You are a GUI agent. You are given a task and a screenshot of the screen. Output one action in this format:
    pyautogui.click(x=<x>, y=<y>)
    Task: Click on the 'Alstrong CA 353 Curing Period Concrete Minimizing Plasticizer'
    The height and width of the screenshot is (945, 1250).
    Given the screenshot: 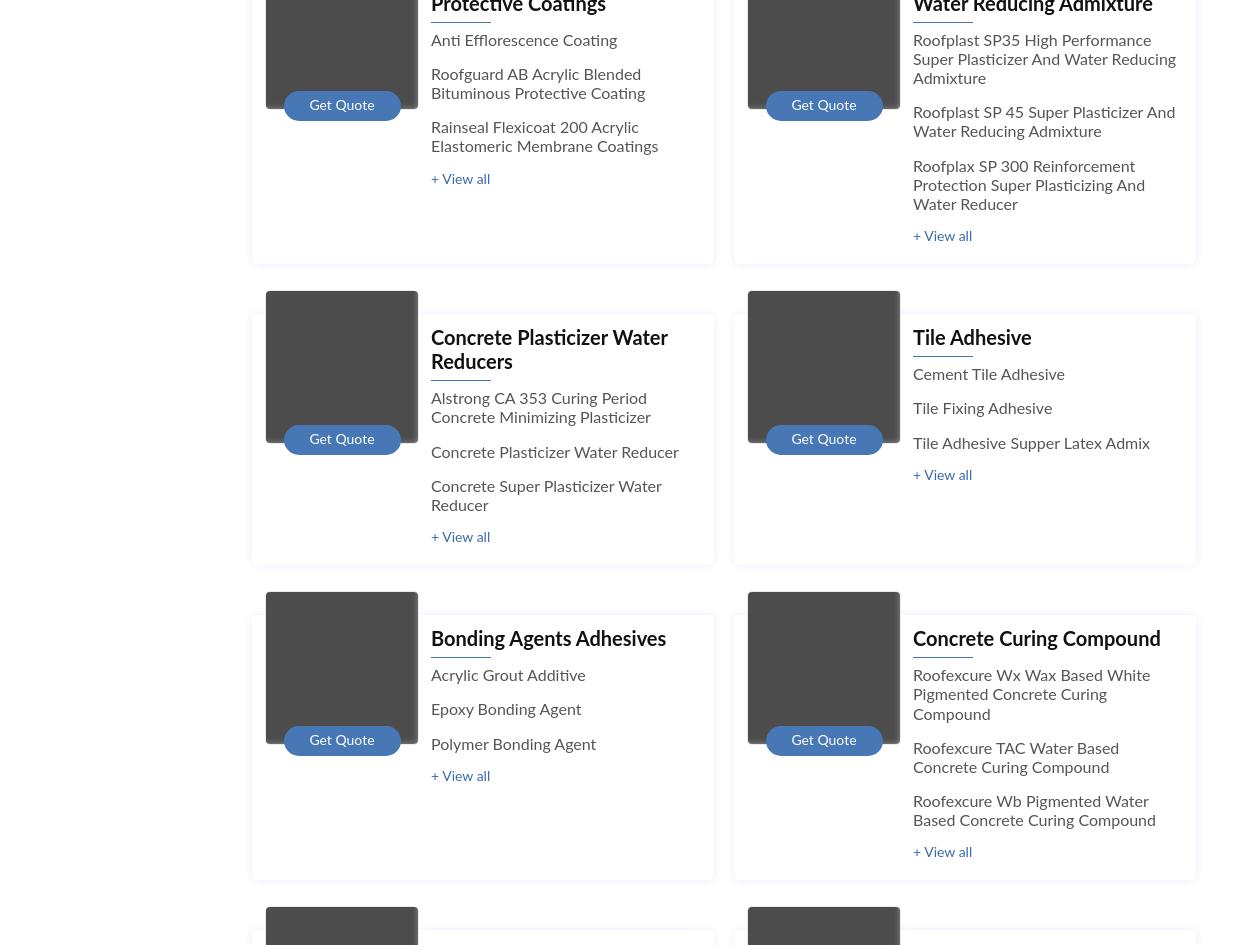 What is the action you would take?
    pyautogui.click(x=431, y=408)
    